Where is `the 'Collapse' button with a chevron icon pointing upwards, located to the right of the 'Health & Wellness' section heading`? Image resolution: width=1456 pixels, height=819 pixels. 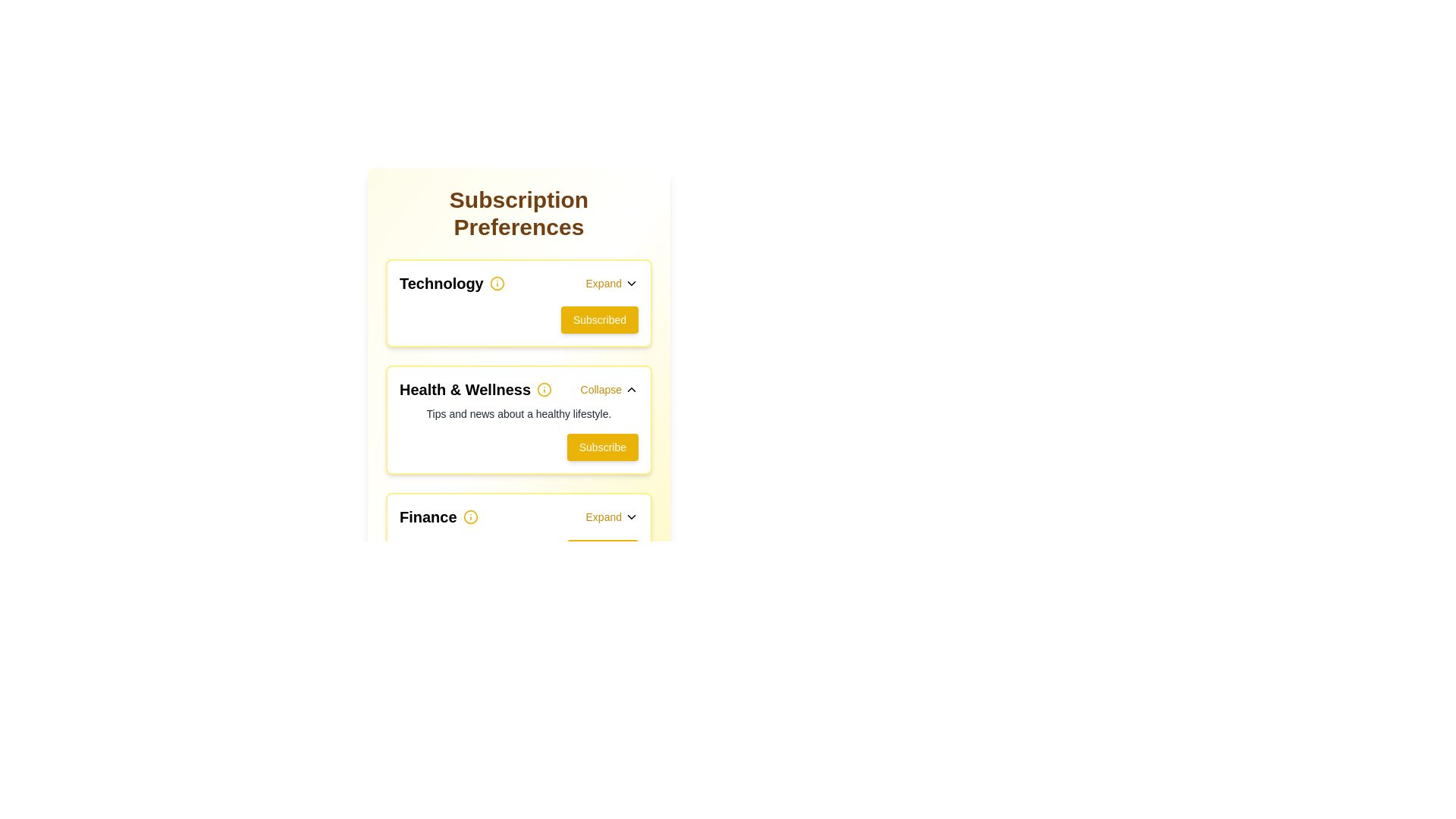 the 'Collapse' button with a chevron icon pointing upwards, located to the right of the 'Health & Wellness' section heading is located at coordinates (609, 388).